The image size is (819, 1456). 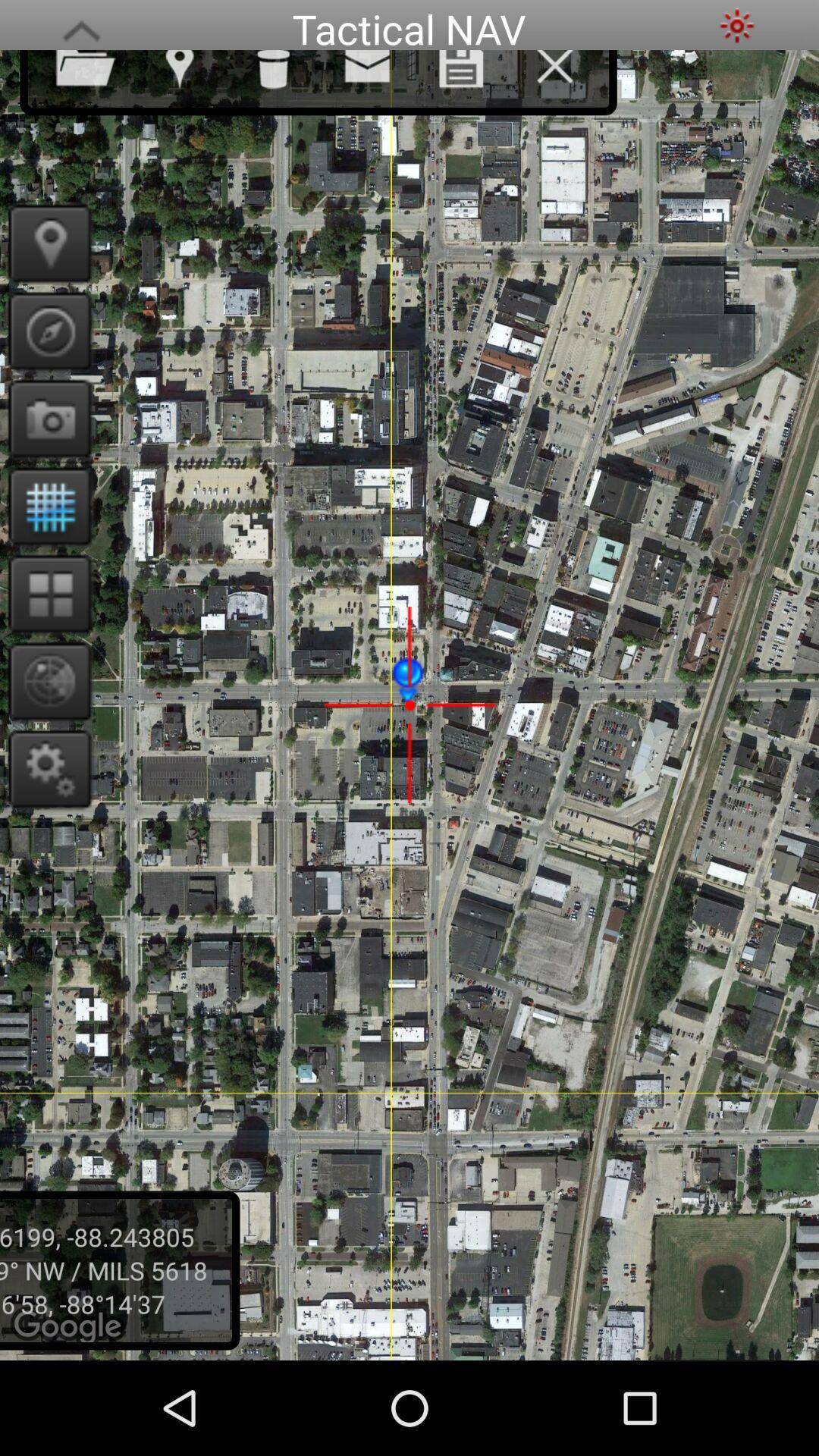 What do you see at coordinates (44, 768) in the screenshot?
I see `app settings` at bounding box center [44, 768].